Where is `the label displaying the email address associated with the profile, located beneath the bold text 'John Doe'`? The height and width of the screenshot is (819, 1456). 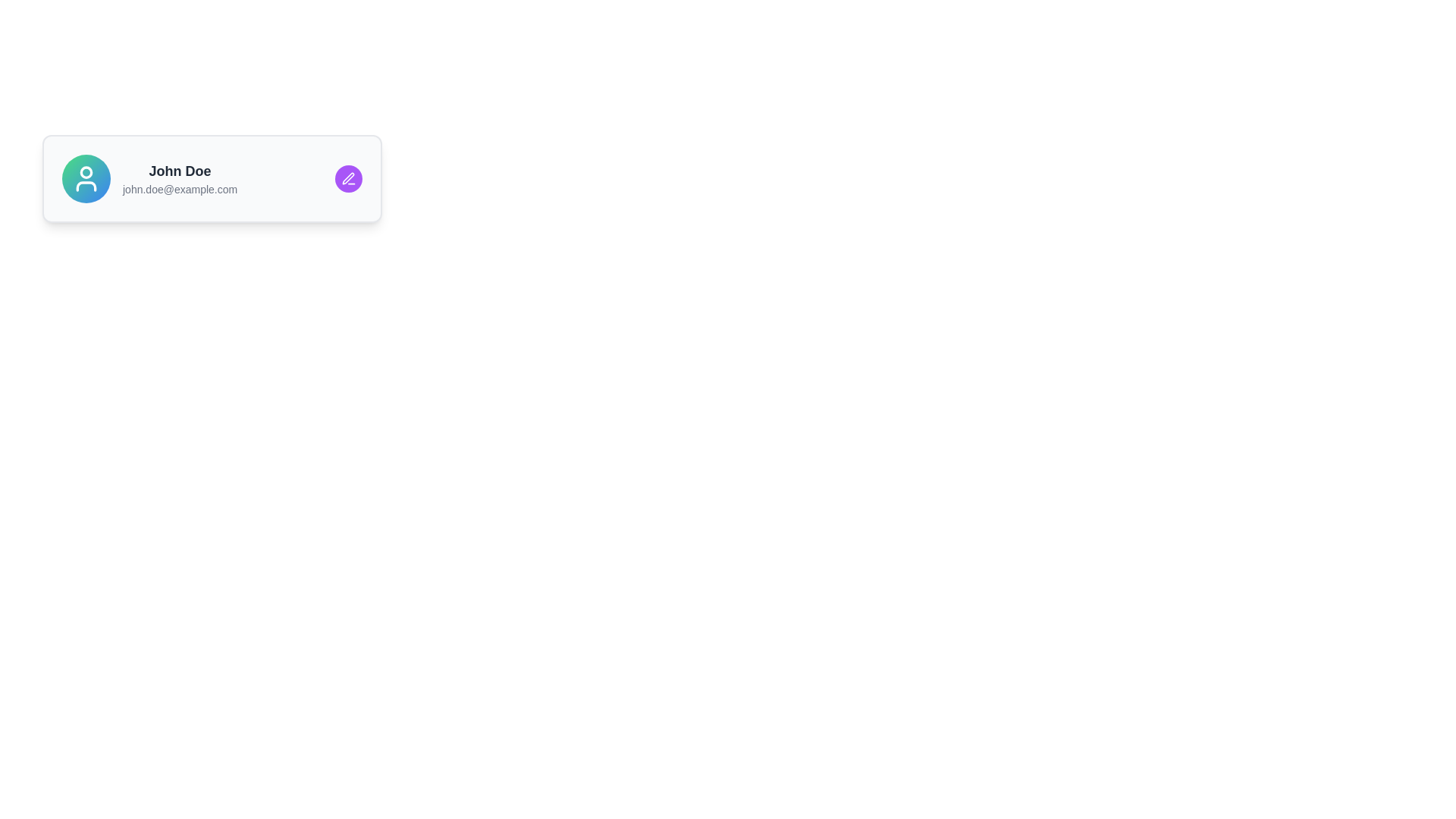
the label displaying the email address associated with the profile, located beneath the bold text 'John Doe' is located at coordinates (180, 189).